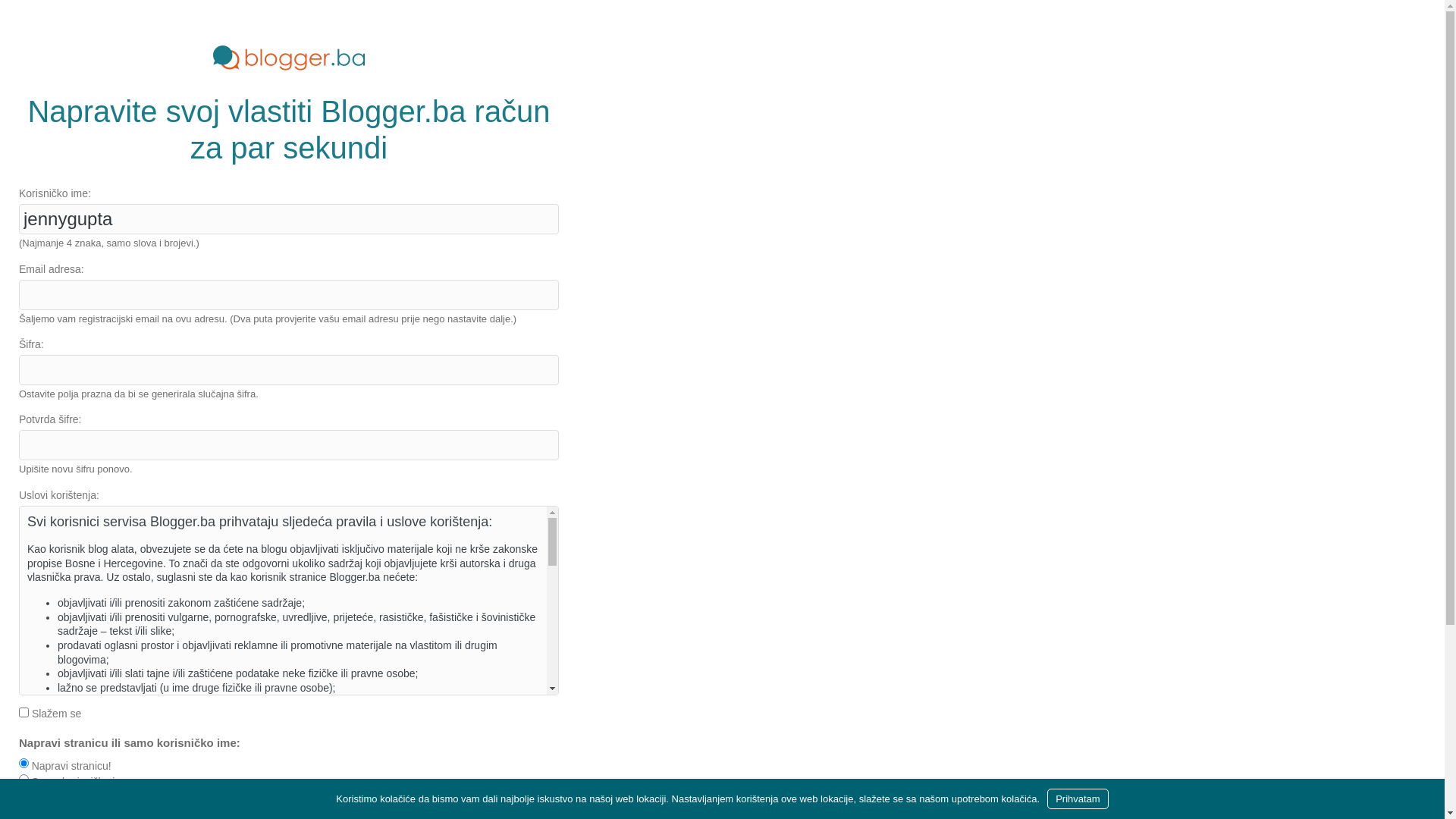  I want to click on 'Prihvatam', so click(1077, 798).